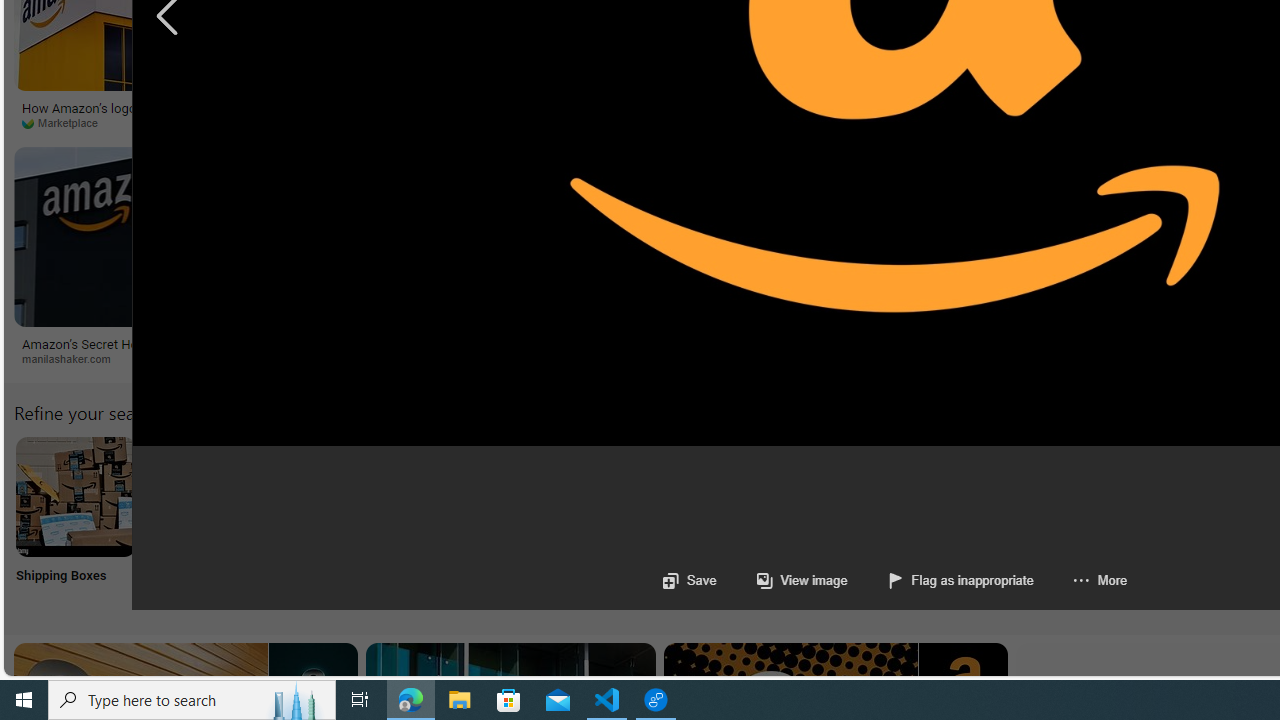 This screenshot has width=1280, height=720. I want to click on 'protothema.gr', so click(821, 358).